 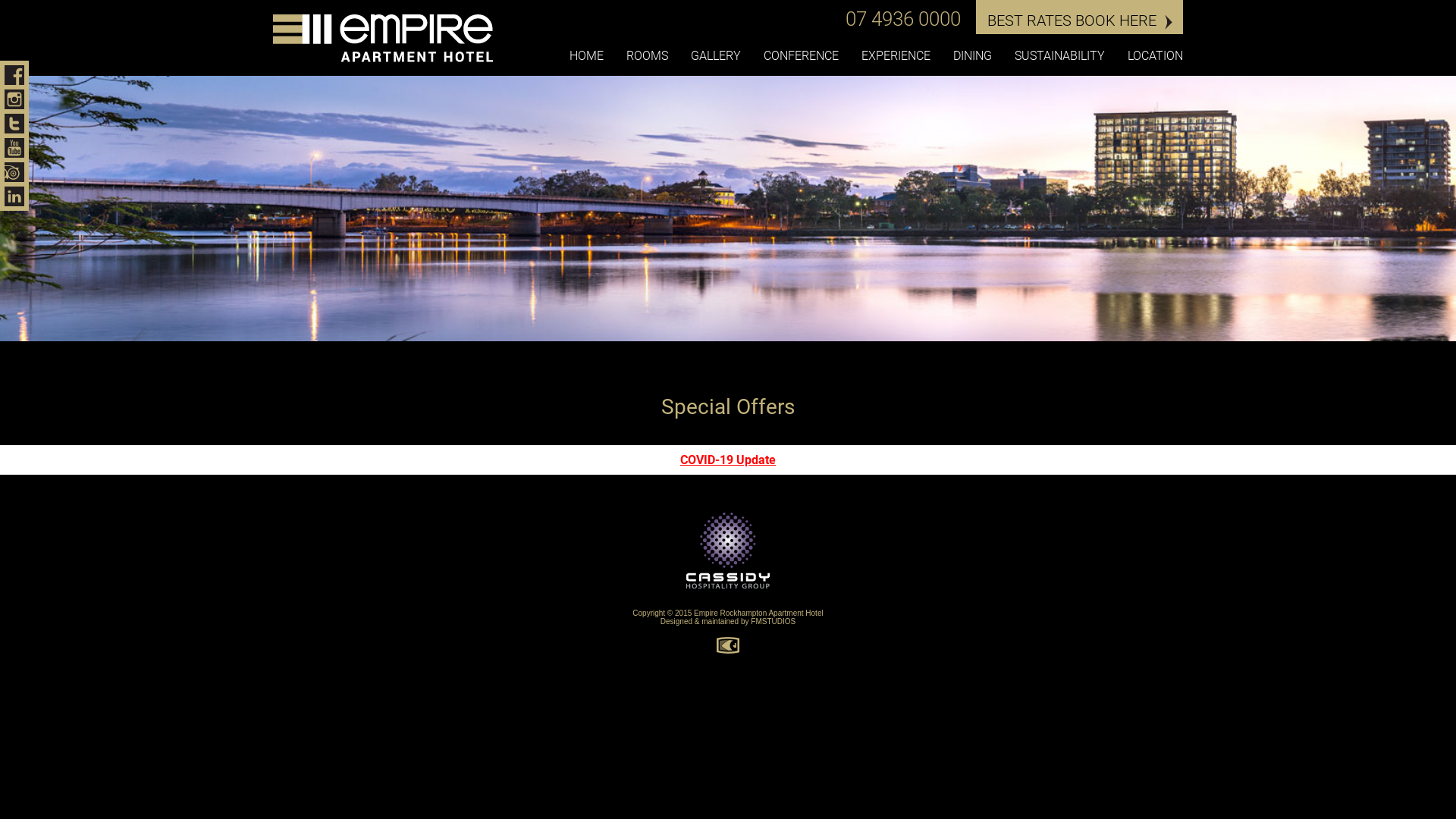 What do you see at coordinates (896, 55) in the screenshot?
I see `'EXPERIENCE'` at bounding box center [896, 55].